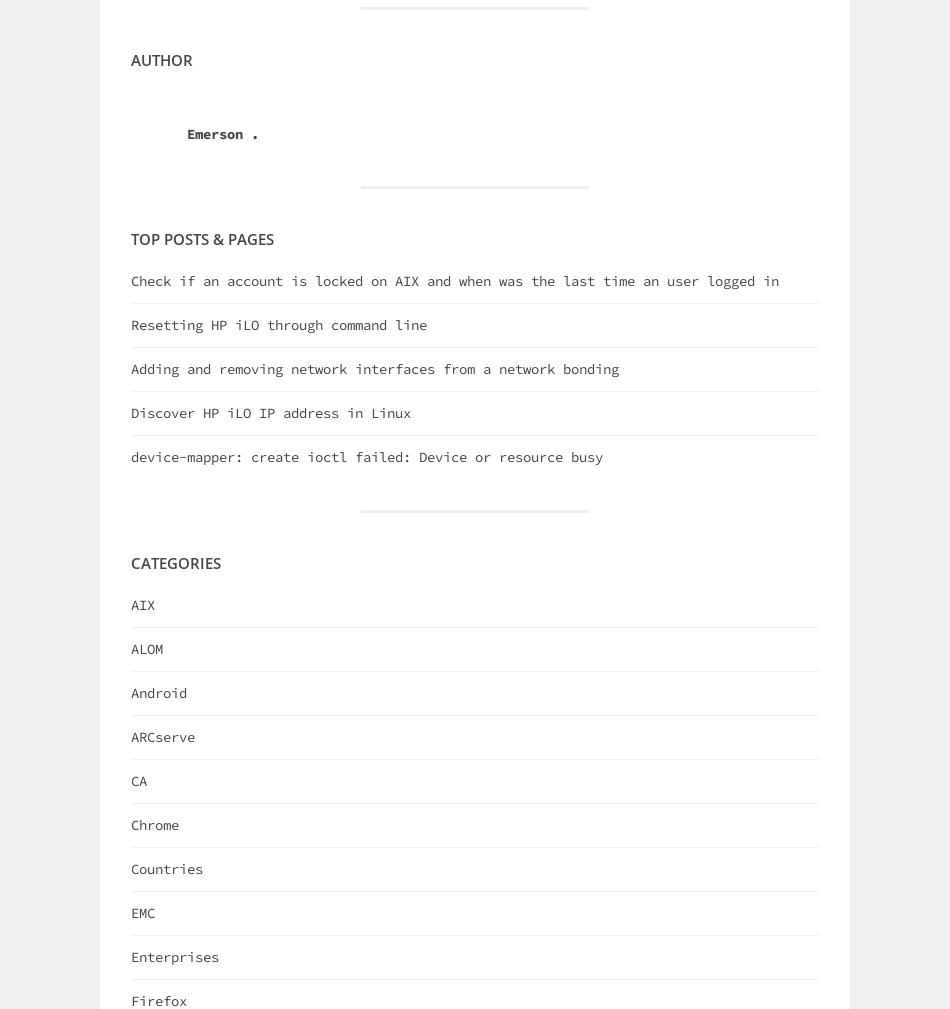 This screenshot has height=1009, width=950. I want to click on 'Categories', so click(176, 562).